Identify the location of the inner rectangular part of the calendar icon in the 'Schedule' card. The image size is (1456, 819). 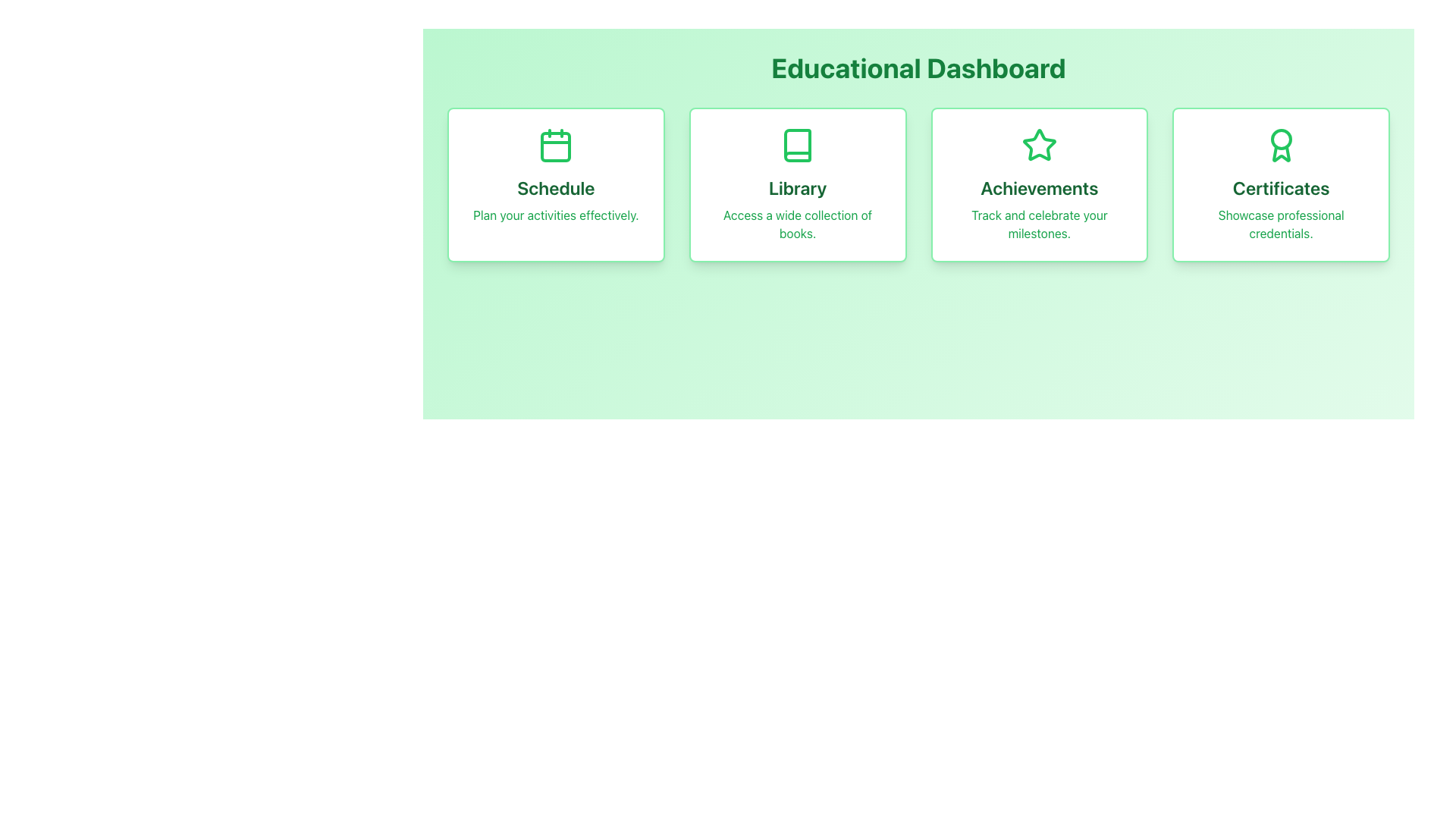
(555, 146).